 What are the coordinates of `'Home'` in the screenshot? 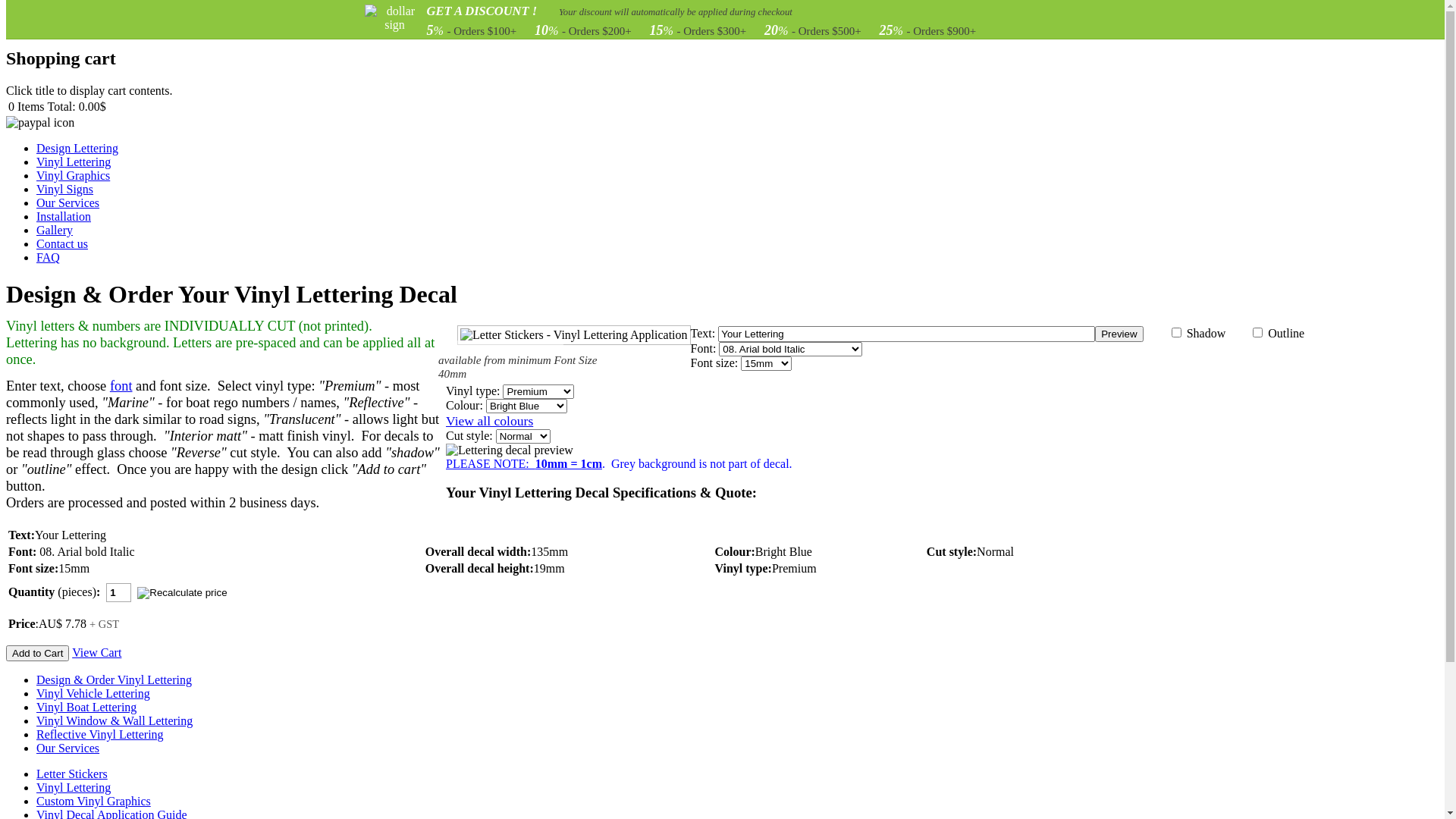 It's located at (27, 26).